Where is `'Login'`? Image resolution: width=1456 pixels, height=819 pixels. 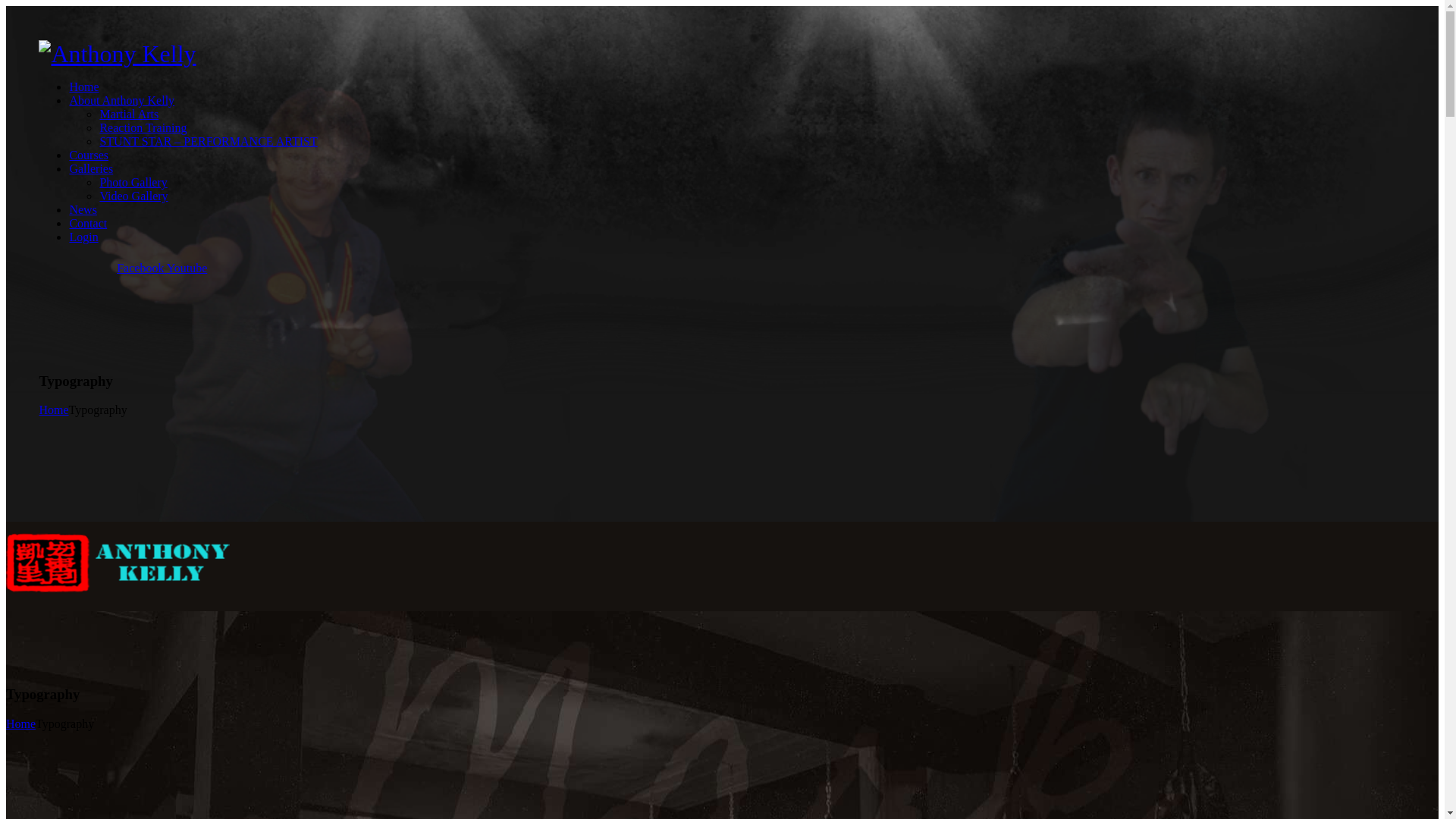
'Login' is located at coordinates (83, 237).